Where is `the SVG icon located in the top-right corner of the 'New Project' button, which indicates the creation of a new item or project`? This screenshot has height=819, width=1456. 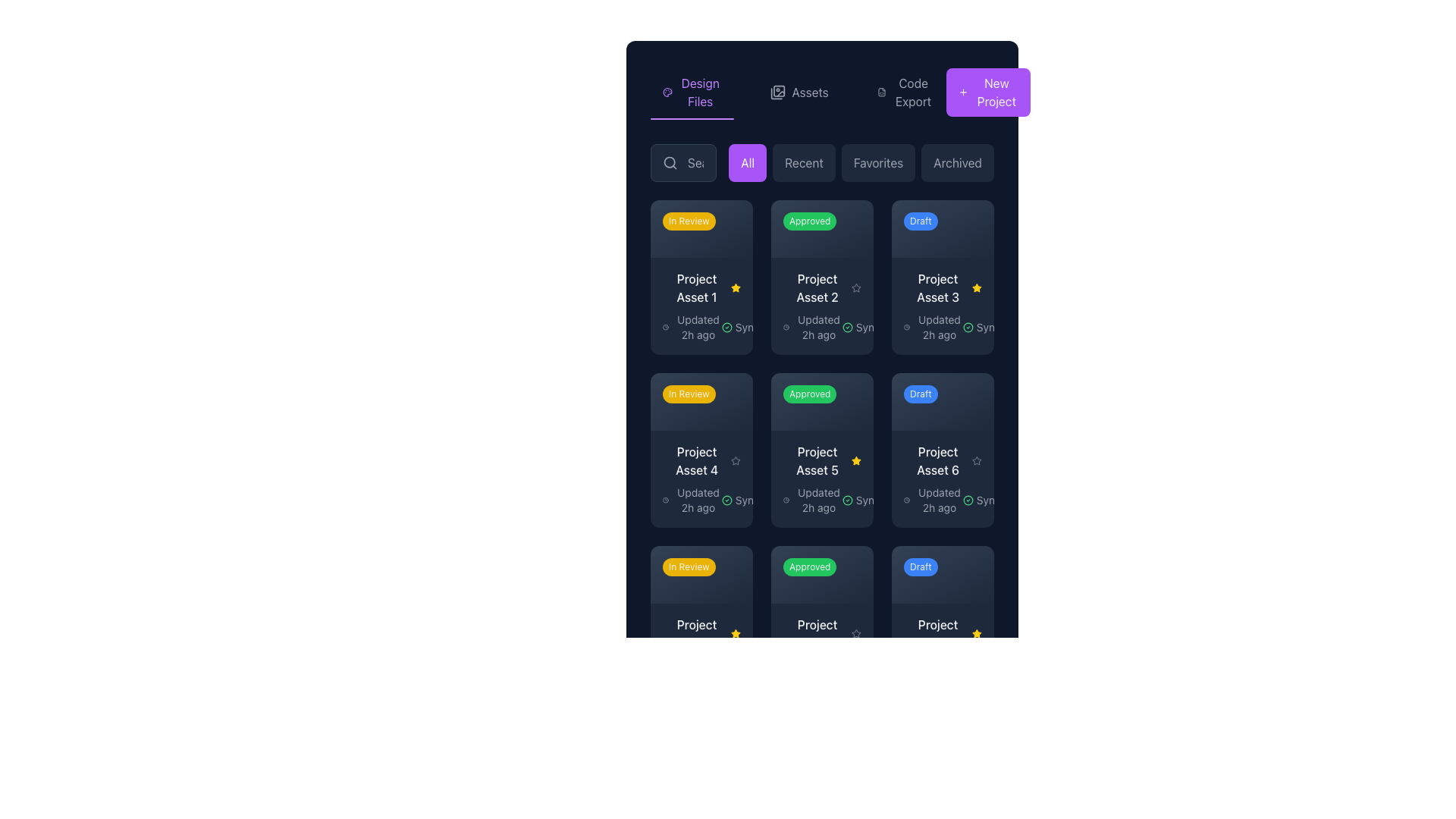
the SVG icon located in the top-right corner of the 'New Project' button, which indicates the creation of a new item or project is located at coordinates (962, 93).